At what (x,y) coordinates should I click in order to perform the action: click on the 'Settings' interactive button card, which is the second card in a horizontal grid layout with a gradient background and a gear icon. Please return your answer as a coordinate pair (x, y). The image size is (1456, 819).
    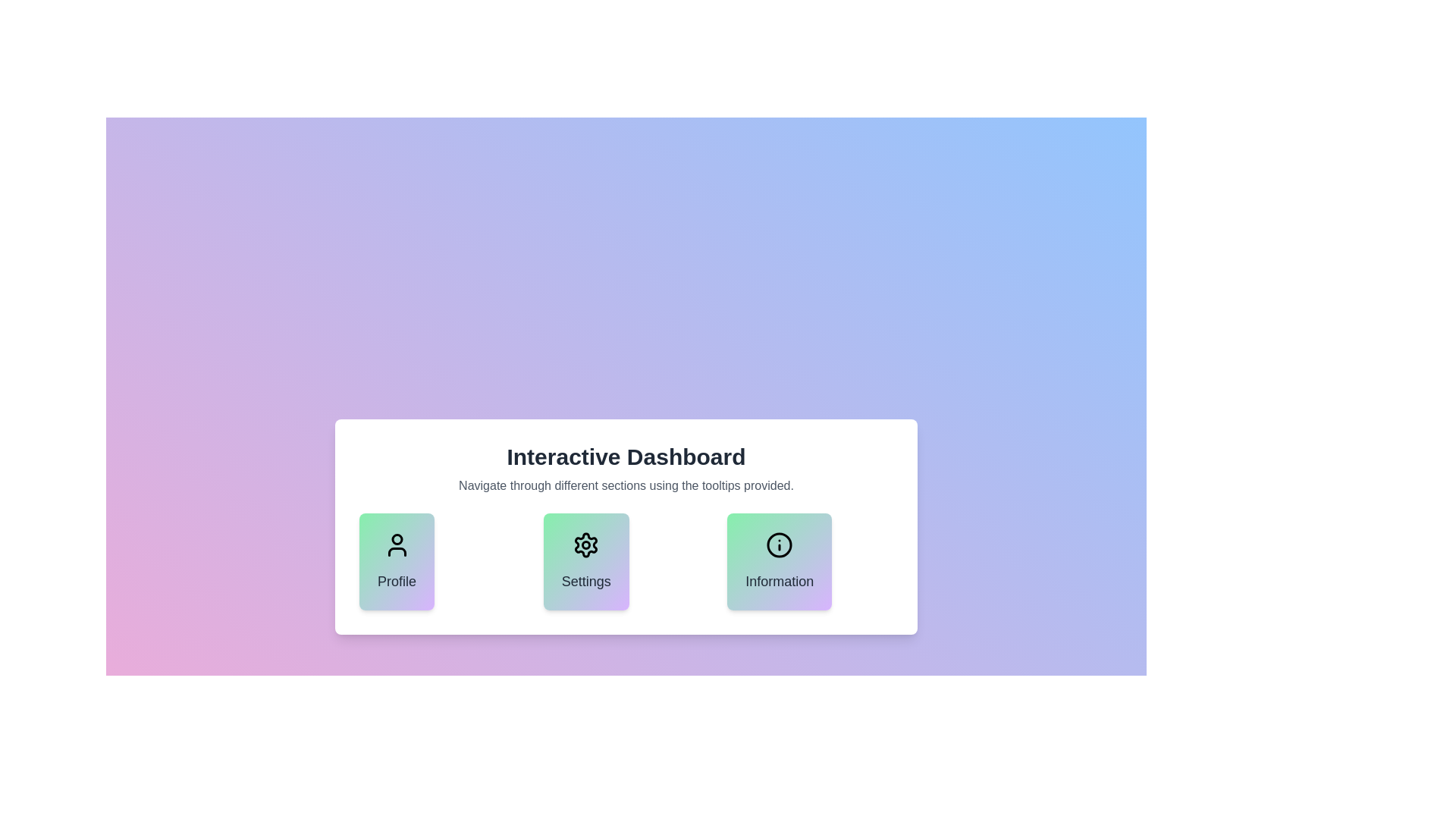
    Looking at the image, I should click on (626, 561).